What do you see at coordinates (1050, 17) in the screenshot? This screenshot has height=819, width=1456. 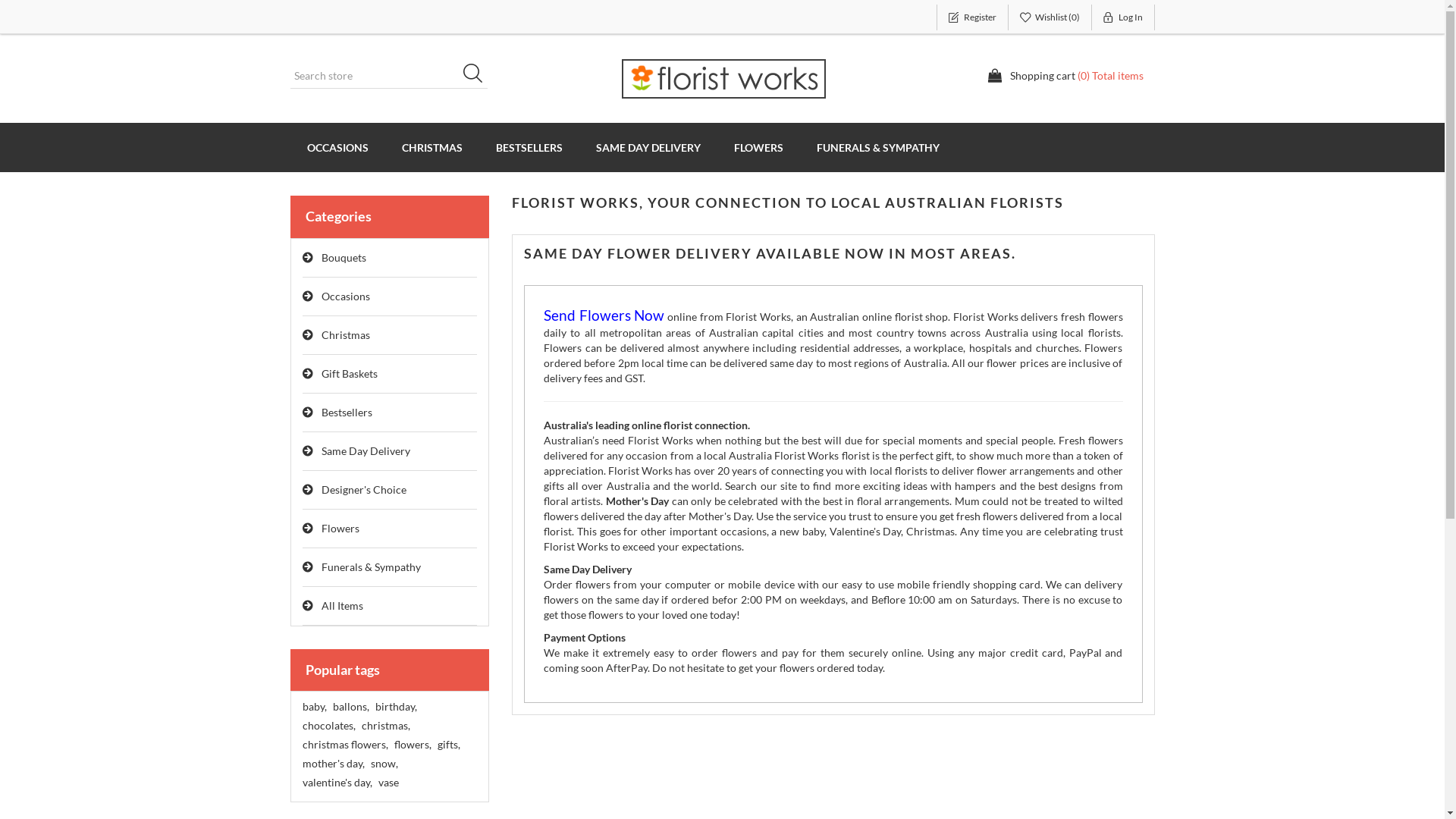 I see `'Wishlist (0)'` at bounding box center [1050, 17].